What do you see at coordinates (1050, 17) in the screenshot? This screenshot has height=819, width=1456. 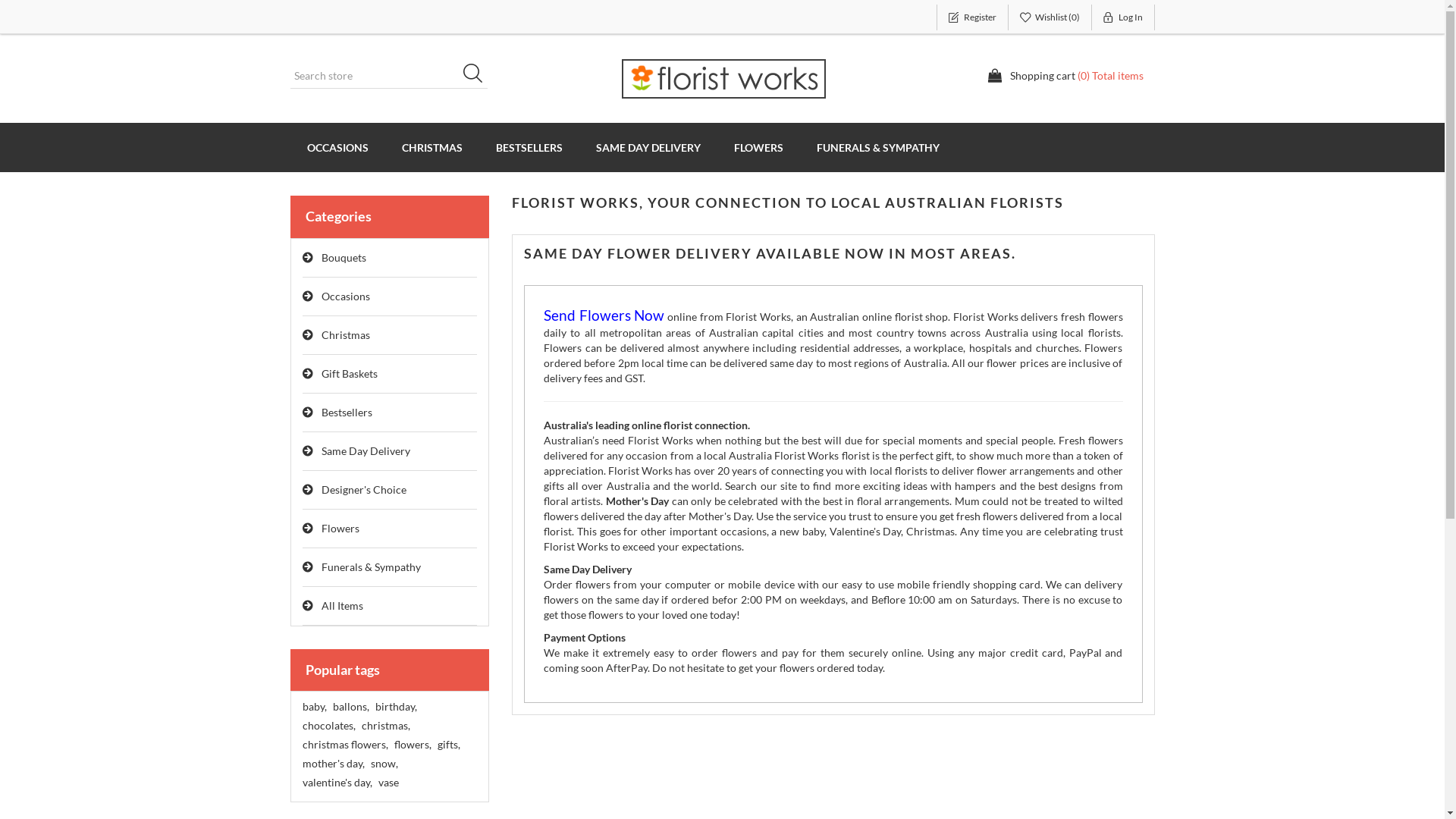 I see `'Wishlist (0)'` at bounding box center [1050, 17].